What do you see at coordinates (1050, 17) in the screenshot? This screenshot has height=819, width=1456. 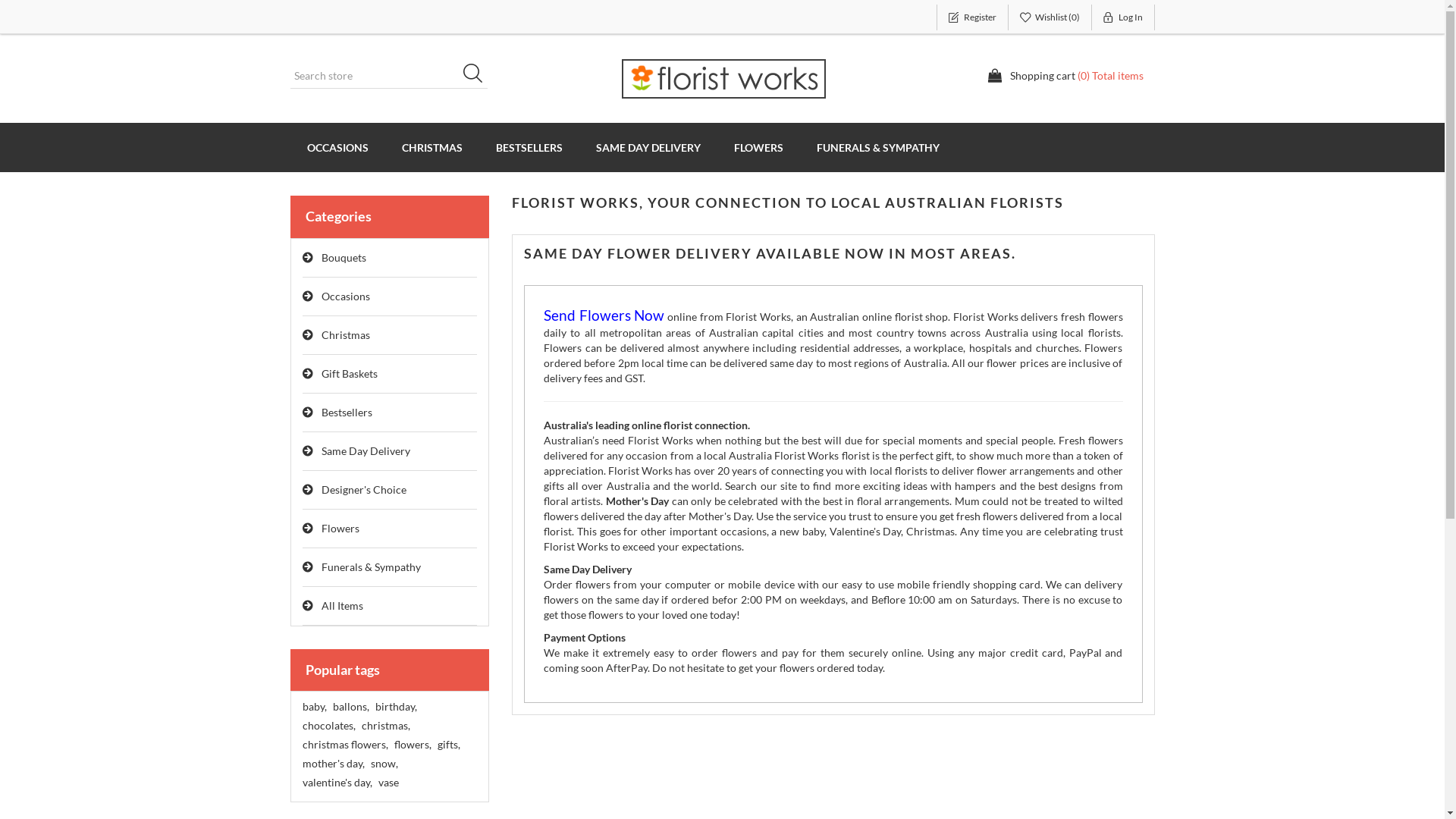 I see `'Wishlist (0)'` at bounding box center [1050, 17].